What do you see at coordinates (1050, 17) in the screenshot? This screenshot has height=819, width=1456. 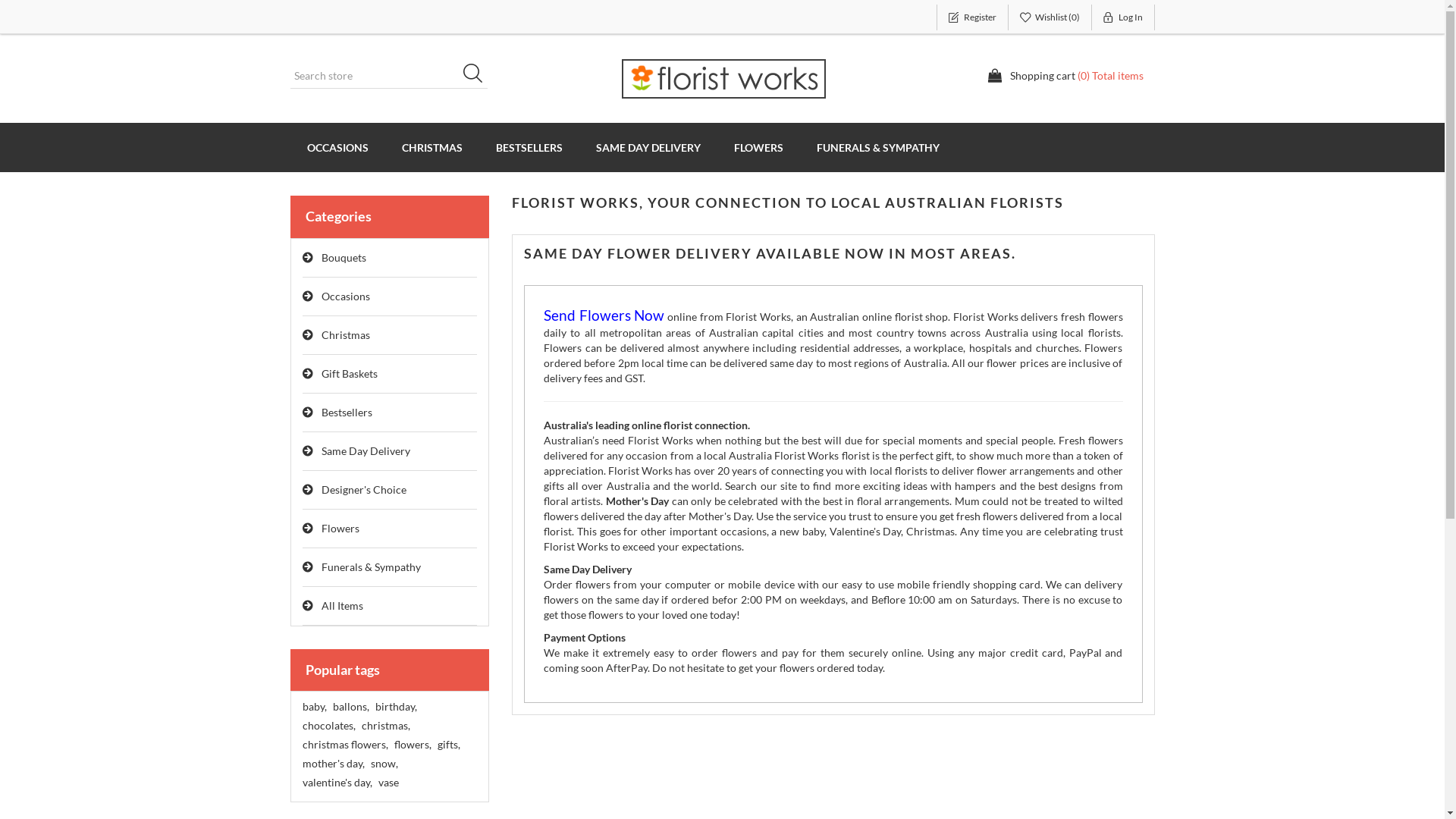 I see `'Wishlist (0)'` at bounding box center [1050, 17].